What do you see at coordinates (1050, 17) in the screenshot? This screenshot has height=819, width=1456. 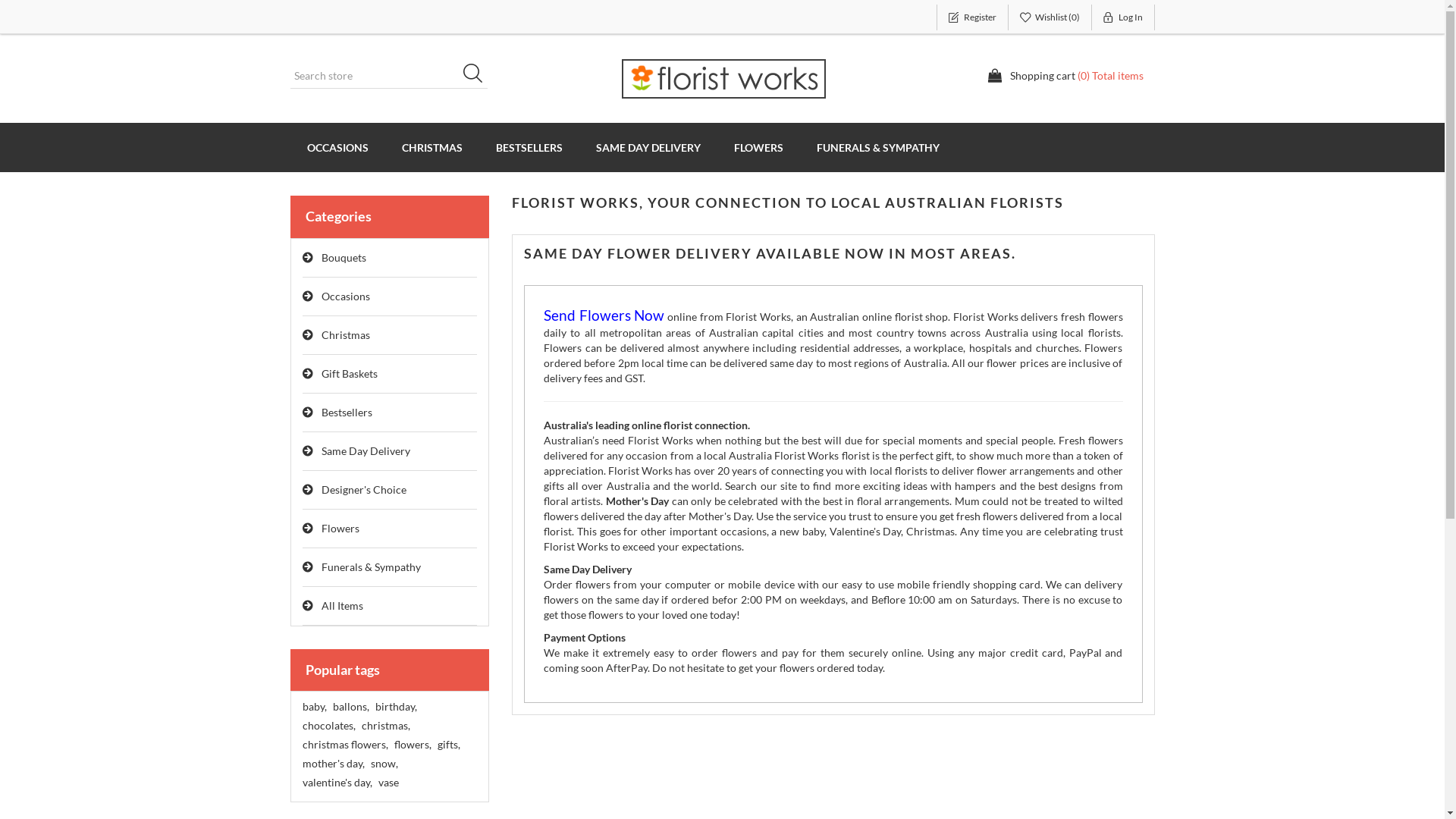 I see `'Wishlist (0)'` at bounding box center [1050, 17].